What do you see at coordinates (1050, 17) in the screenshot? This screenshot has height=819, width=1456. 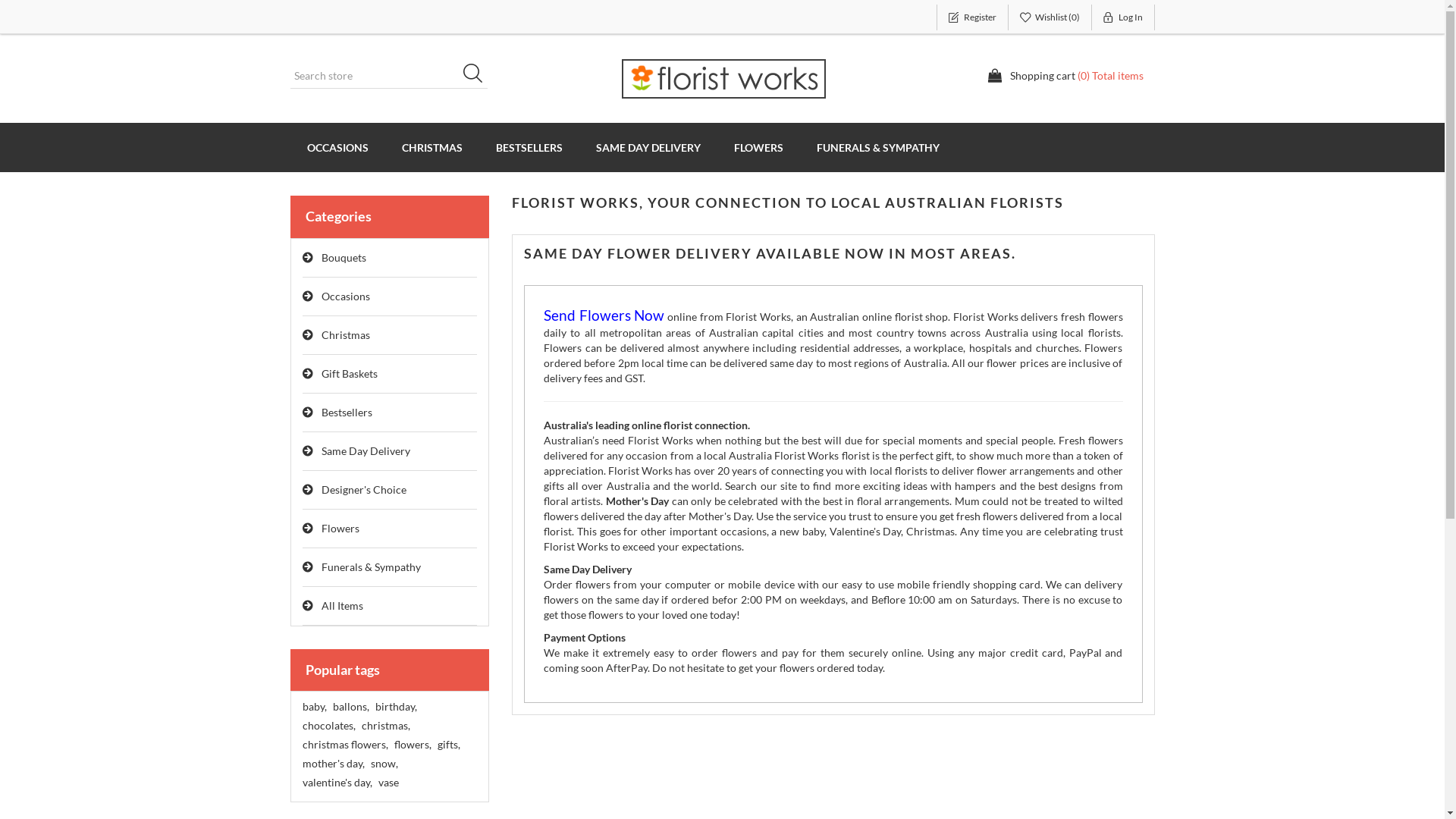 I see `'Wishlist (0)'` at bounding box center [1050, 17].